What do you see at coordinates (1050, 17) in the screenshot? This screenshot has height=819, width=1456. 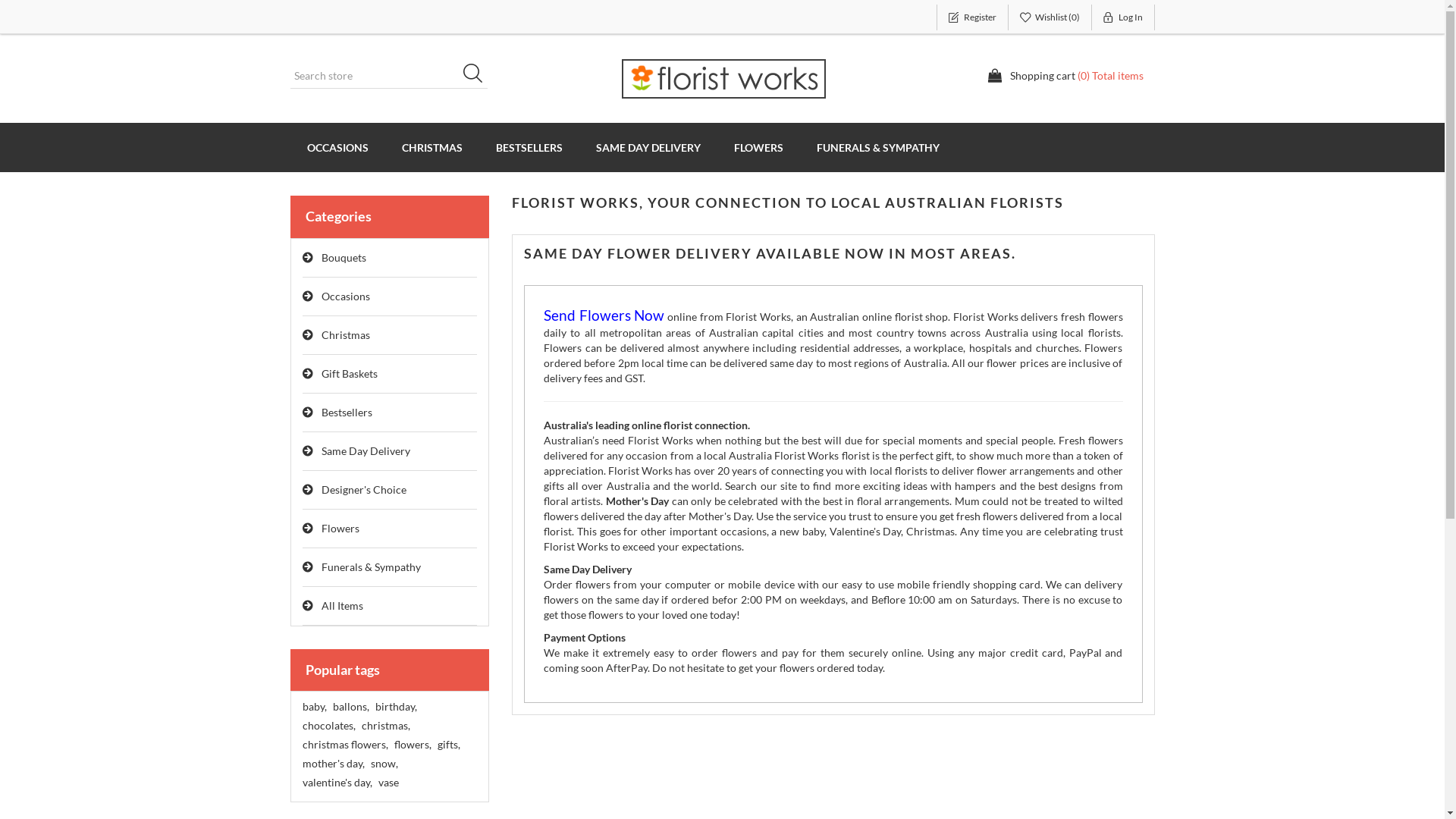 I see `'Wishlist (0)'` at bounding box center [1050, 17].